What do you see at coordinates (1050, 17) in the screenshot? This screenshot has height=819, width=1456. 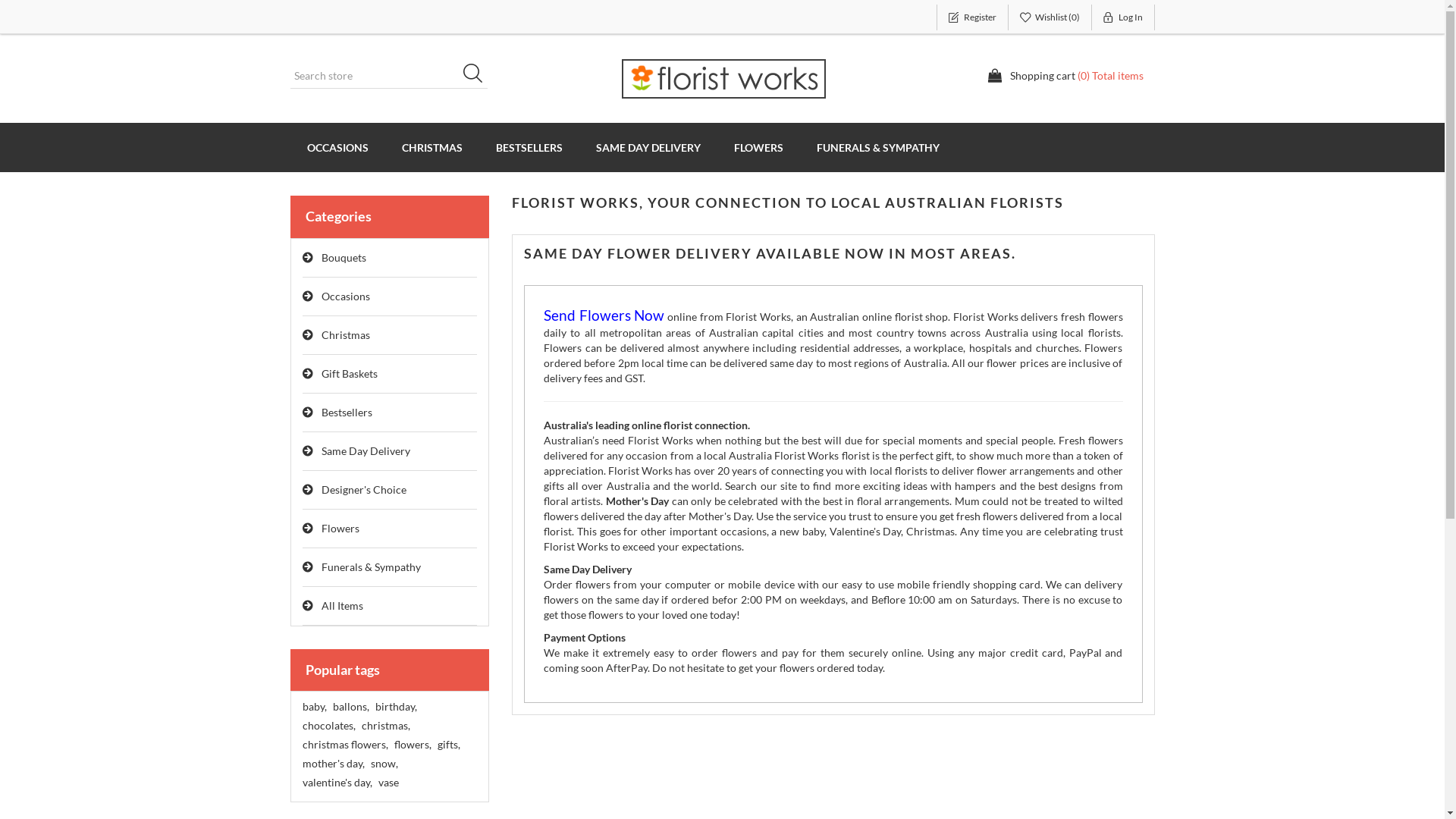 I see `'Wishlist (0)'` at bounding box center [1050, 17].